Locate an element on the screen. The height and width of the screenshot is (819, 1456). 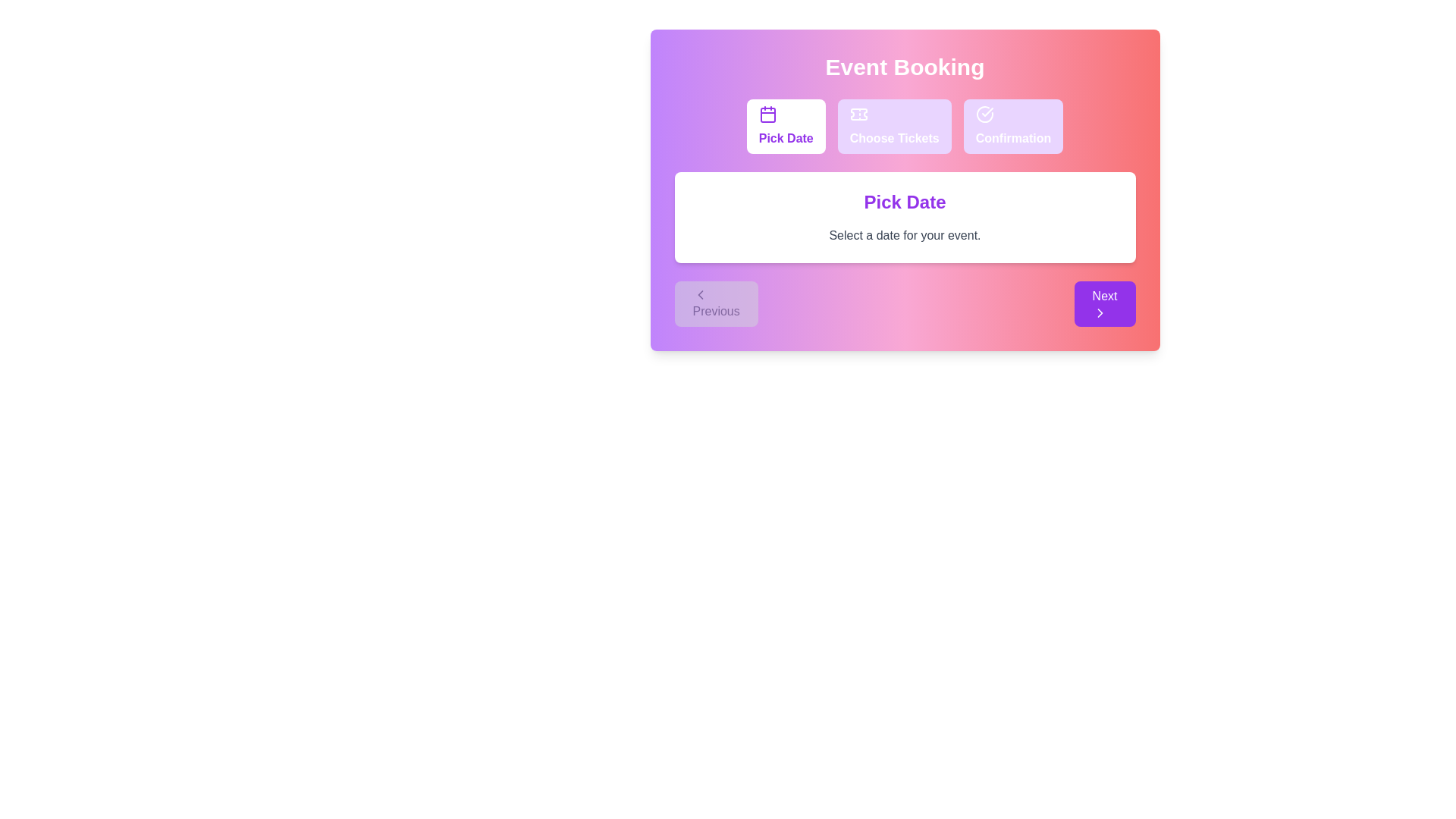
the 'Next' button located at the bottom-right corner of the card-like panel to proceed to the next step in the multi-step process is located at coordinates (1105, 304).